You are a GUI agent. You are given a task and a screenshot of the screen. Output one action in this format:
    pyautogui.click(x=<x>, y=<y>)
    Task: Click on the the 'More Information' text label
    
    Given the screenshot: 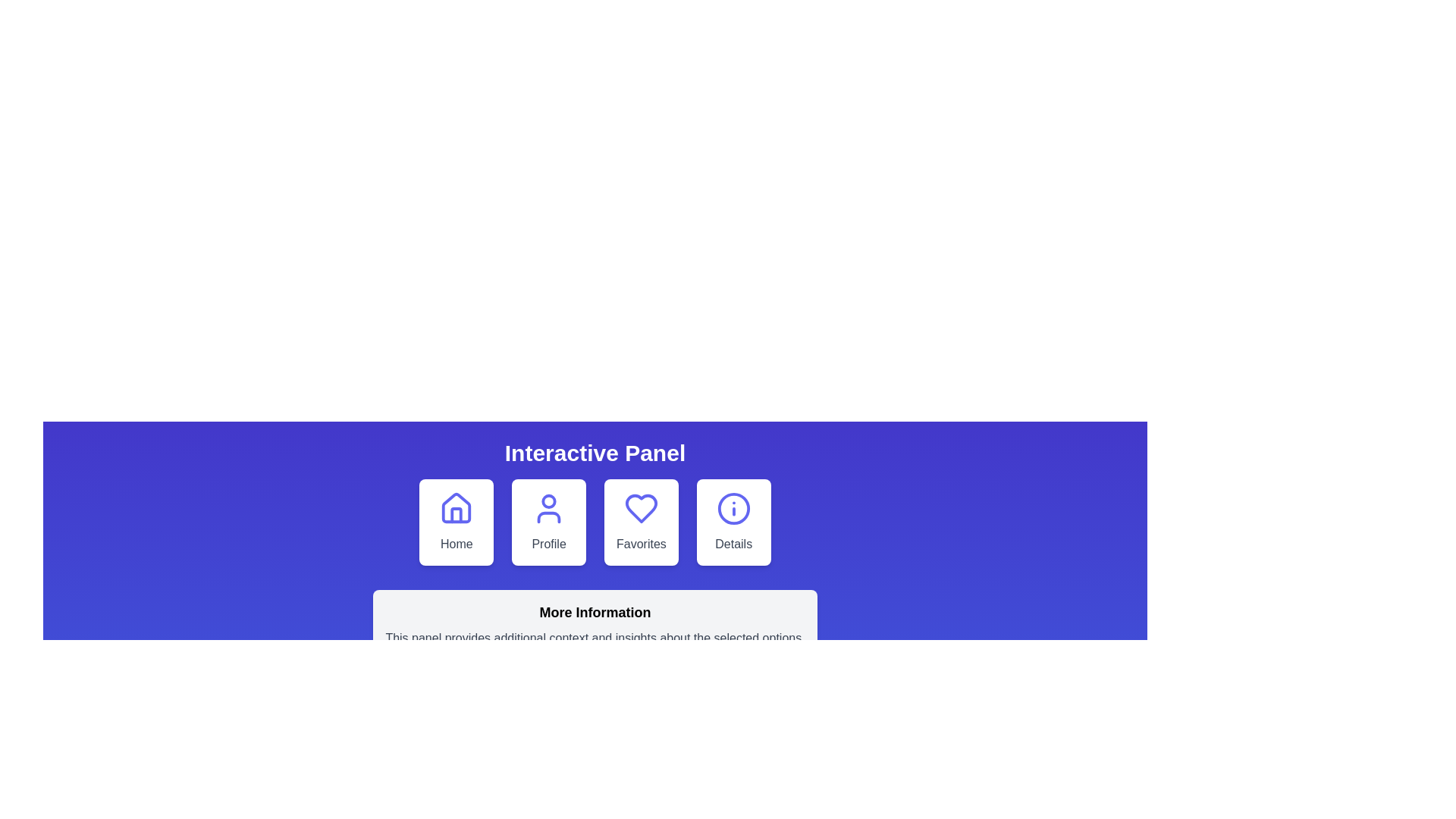 What is the action you would take?
    pyautogui.click(x=595, y=611)
    